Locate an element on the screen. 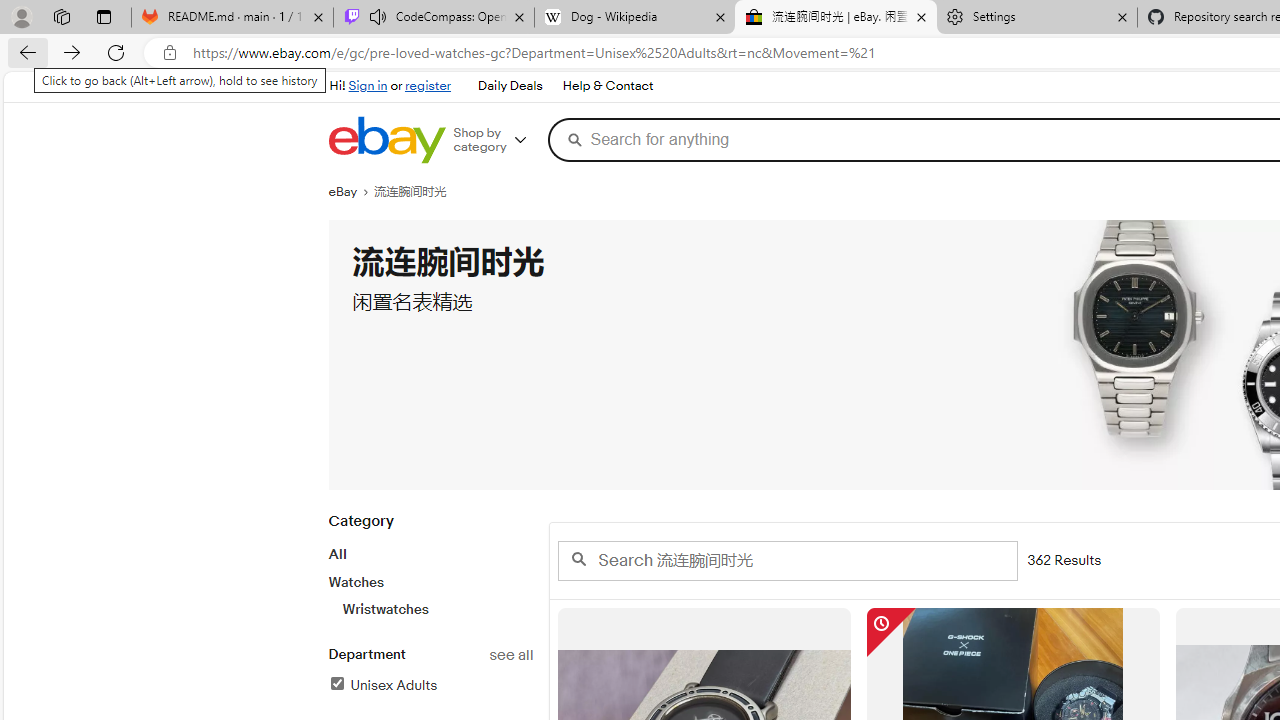  'Daily Deals' is located at coordinates (510, 86).